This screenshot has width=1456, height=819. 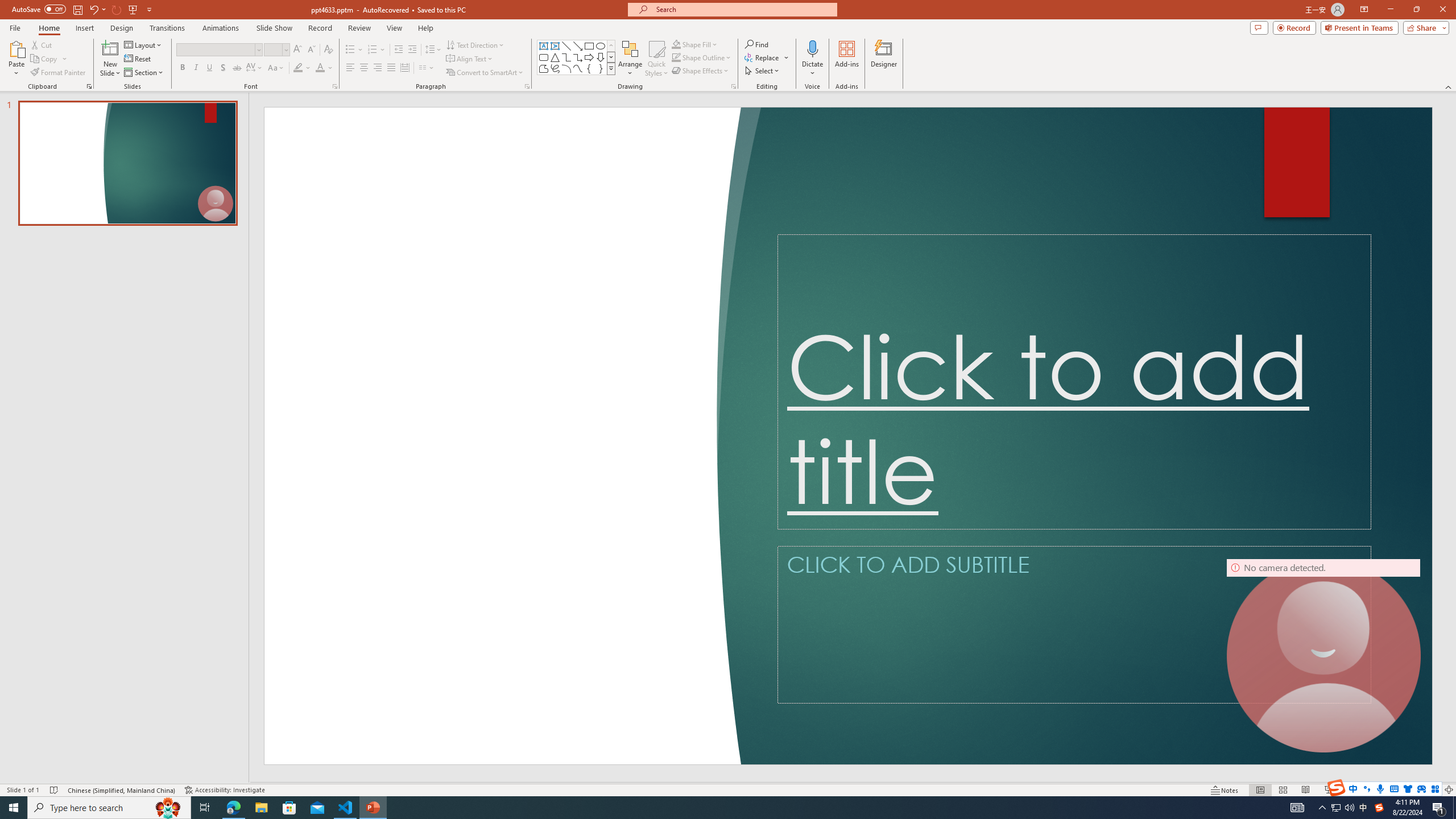 I want to click on 'Office Clipboard...', so click(x=88, y=85).